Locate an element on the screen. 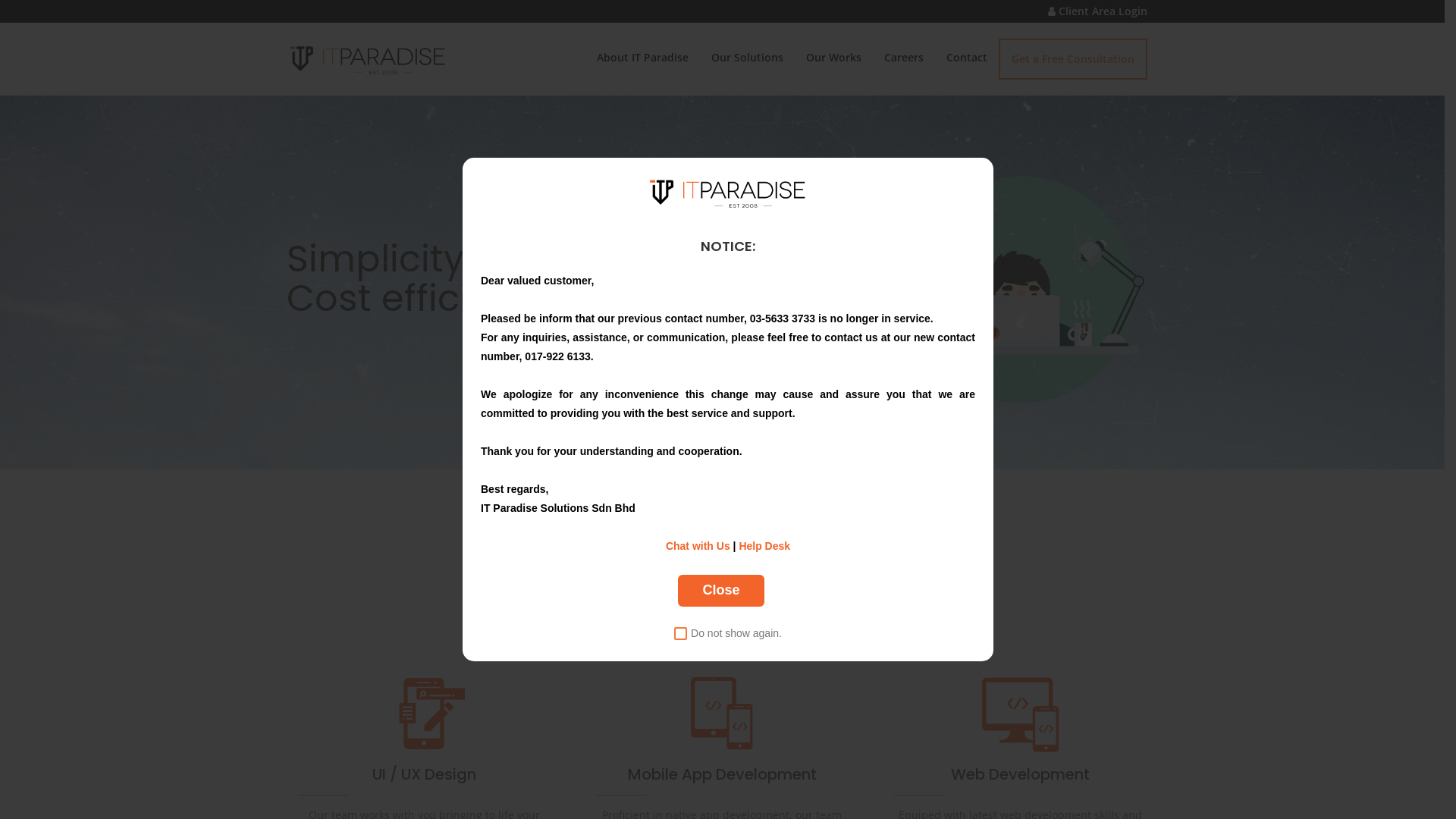 The image size is (1456, 819). 'Close' is located at coordinates (720, 590).